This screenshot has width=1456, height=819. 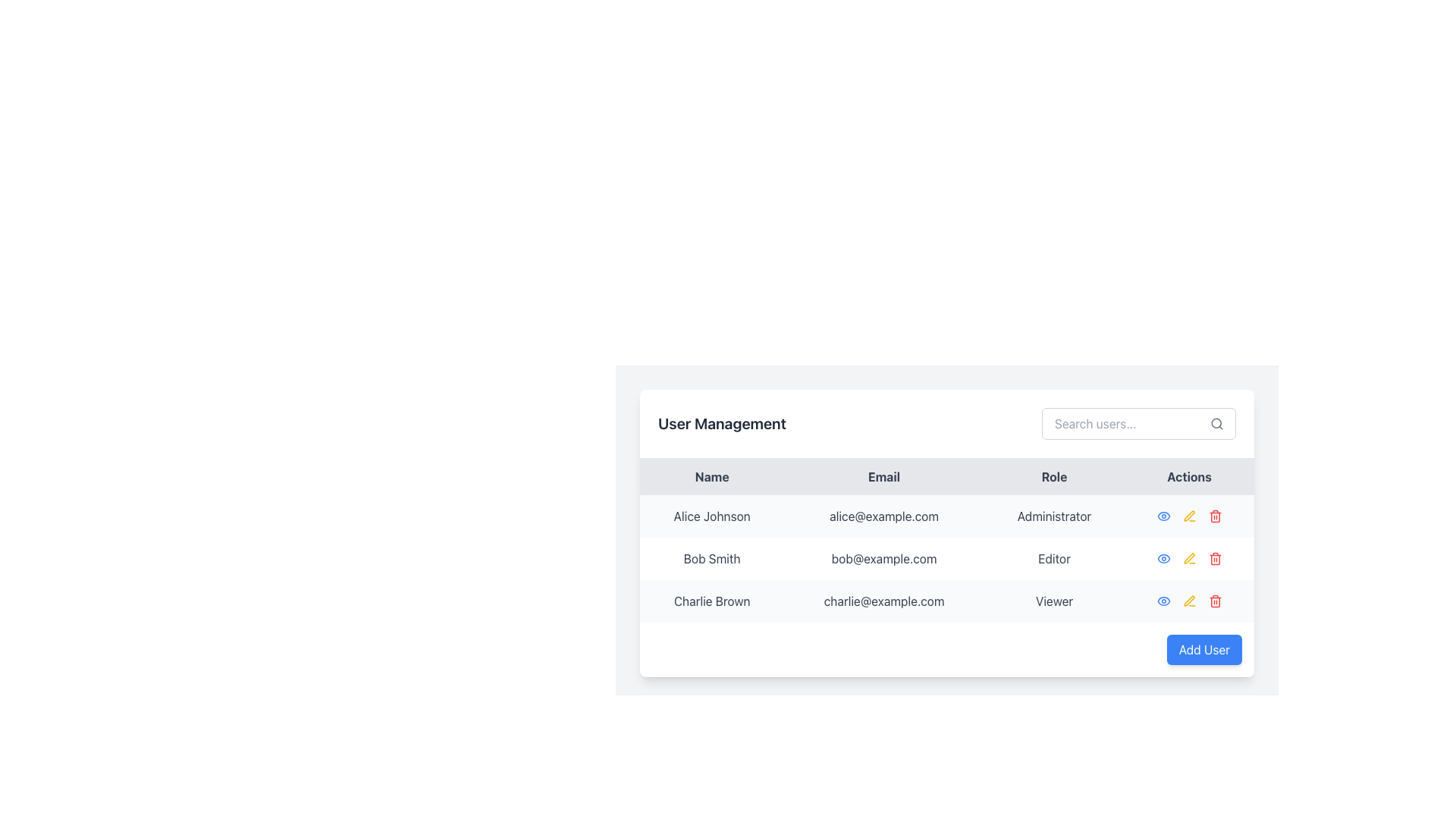 I want to click on the blue eye icon in the group of action buttons located in the 'Actions' column of the last row for user 'Charlie Brown', so click(x=1188, y=601).